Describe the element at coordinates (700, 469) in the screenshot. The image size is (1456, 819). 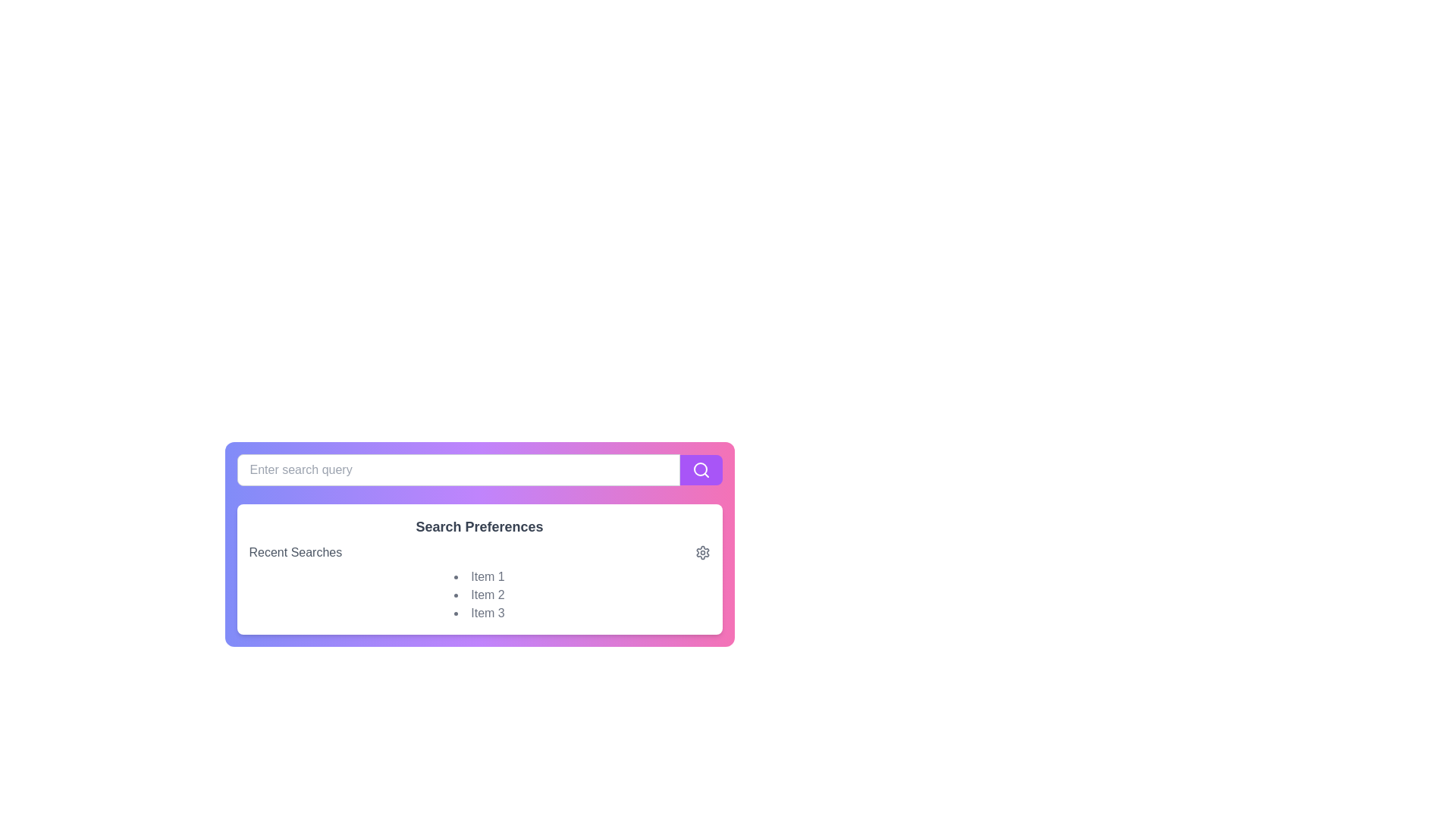
I see `the magnifying glass icon located at the right end of the purple button to initiate a search` at that location.